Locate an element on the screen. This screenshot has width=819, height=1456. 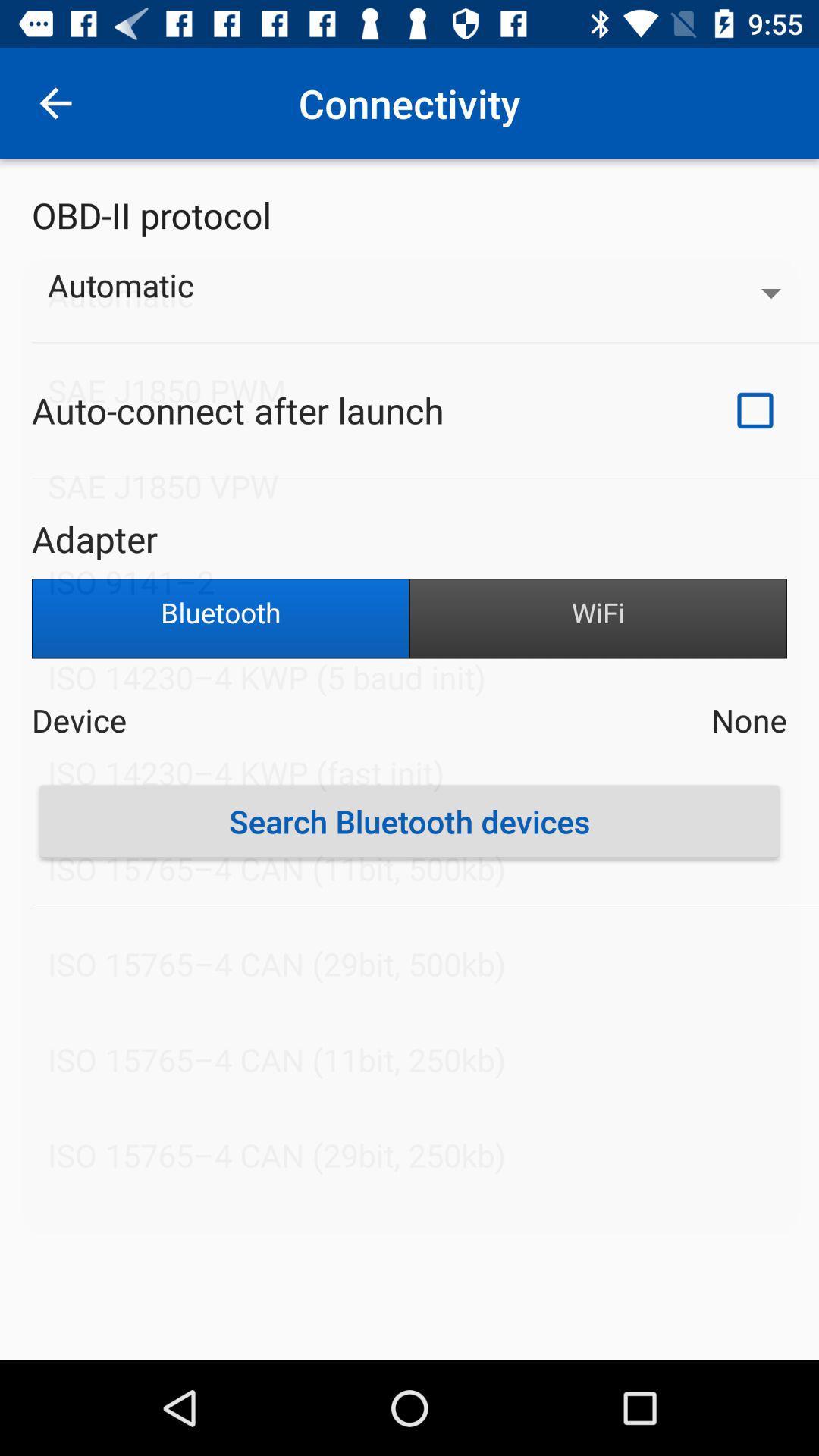
icon below the adapter is located at coordinates (598, 619).